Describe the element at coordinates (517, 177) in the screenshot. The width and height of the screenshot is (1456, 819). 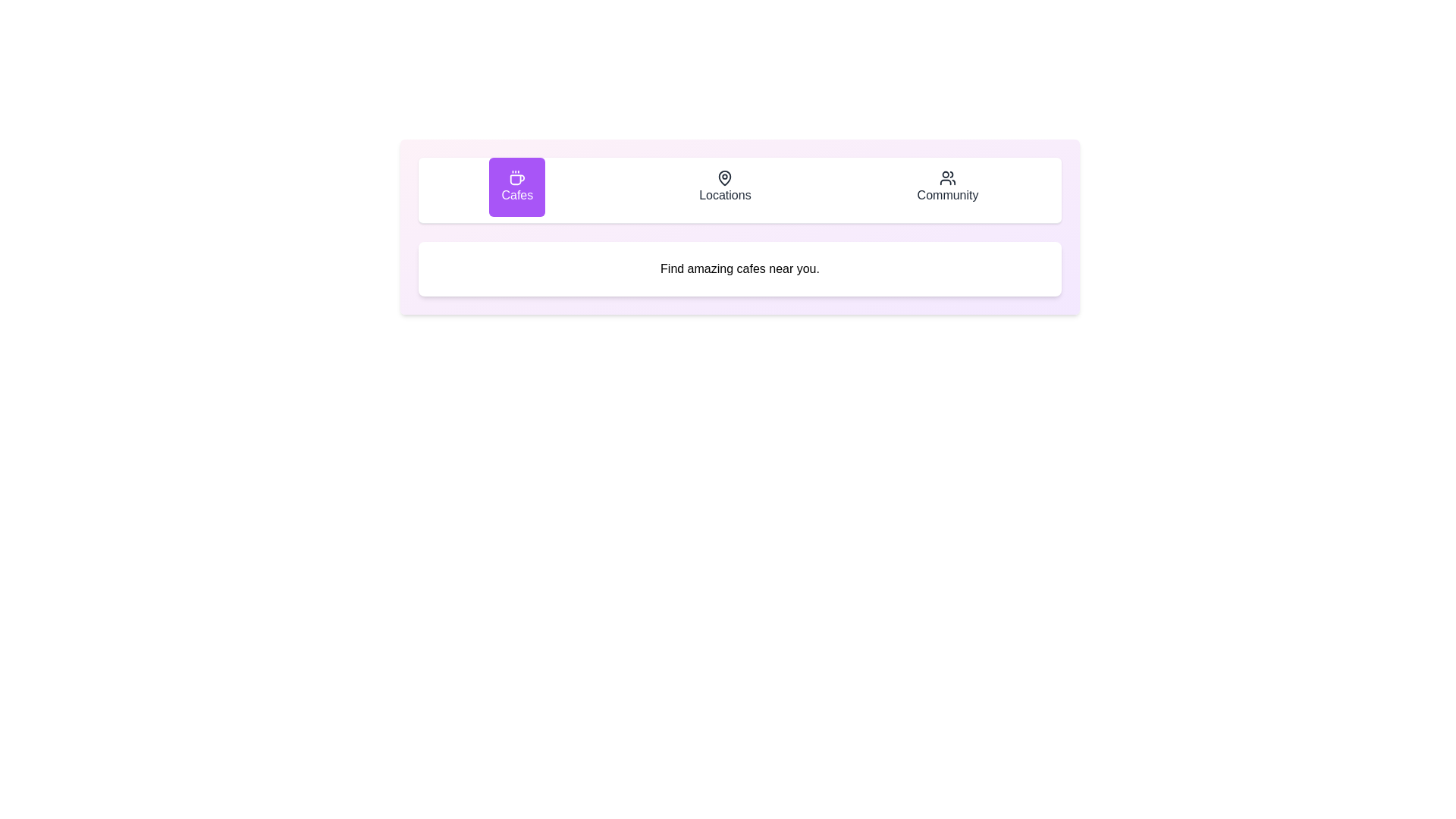
I see `the coffee cup icon with a purple background located above the 'Cafes' label` at that location.